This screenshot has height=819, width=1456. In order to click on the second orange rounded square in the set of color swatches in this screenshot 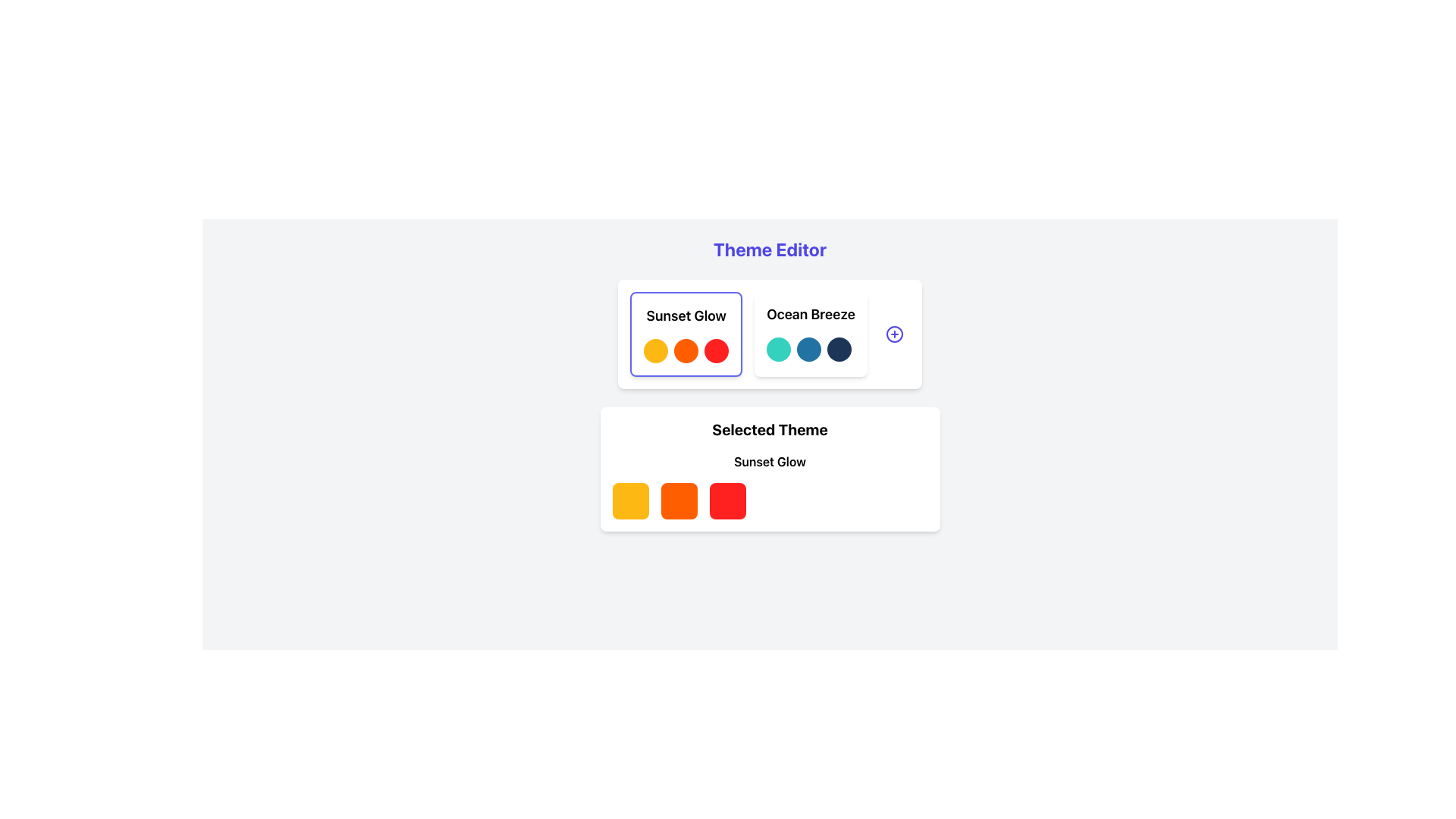, I will do `click(678, 500)`.